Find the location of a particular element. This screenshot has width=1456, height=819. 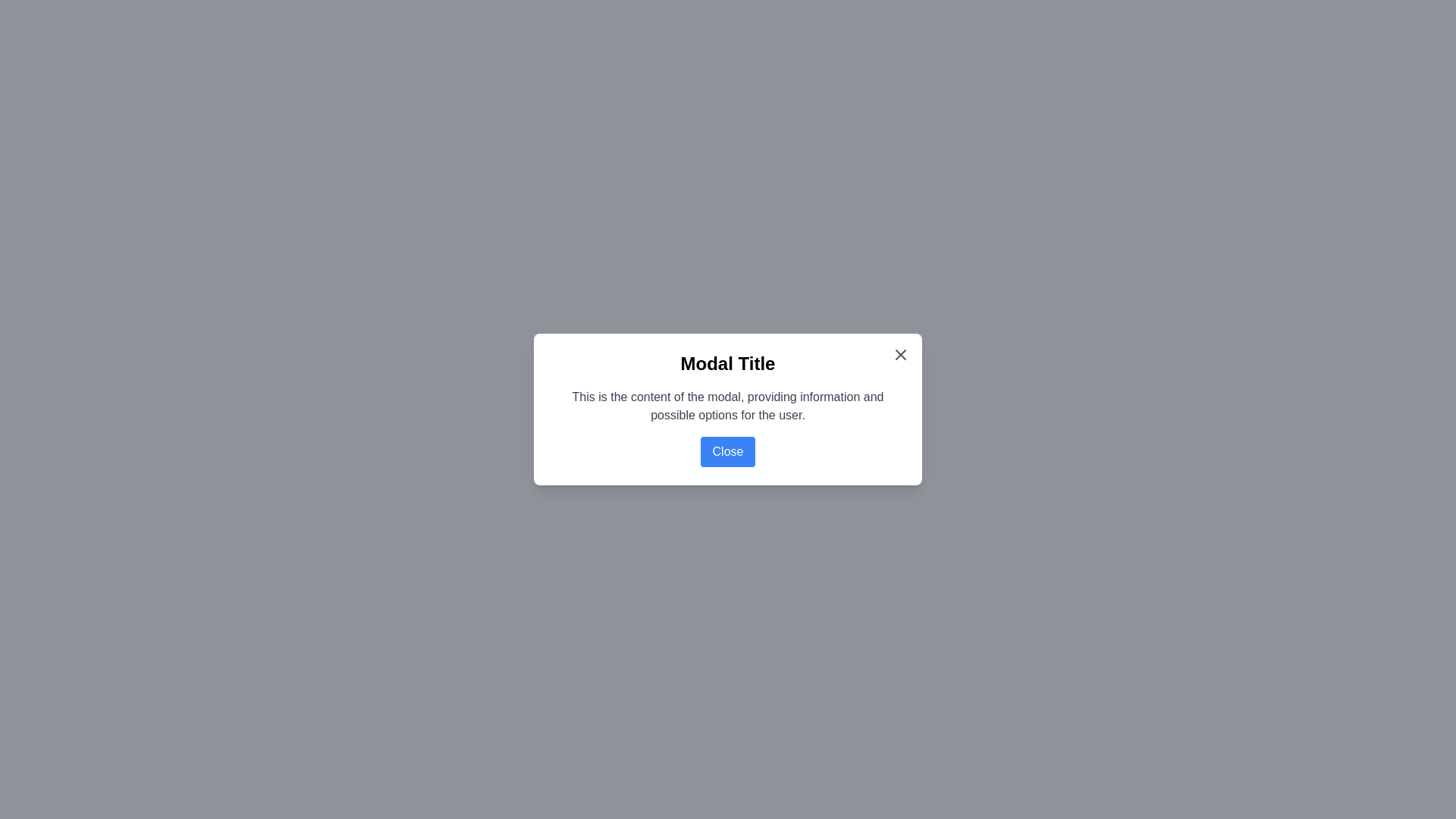

text from the descriptive title located at the top-center of the modal dialog box, which provides an understanding of the modal's purpose is located at coordinates (728, 363).